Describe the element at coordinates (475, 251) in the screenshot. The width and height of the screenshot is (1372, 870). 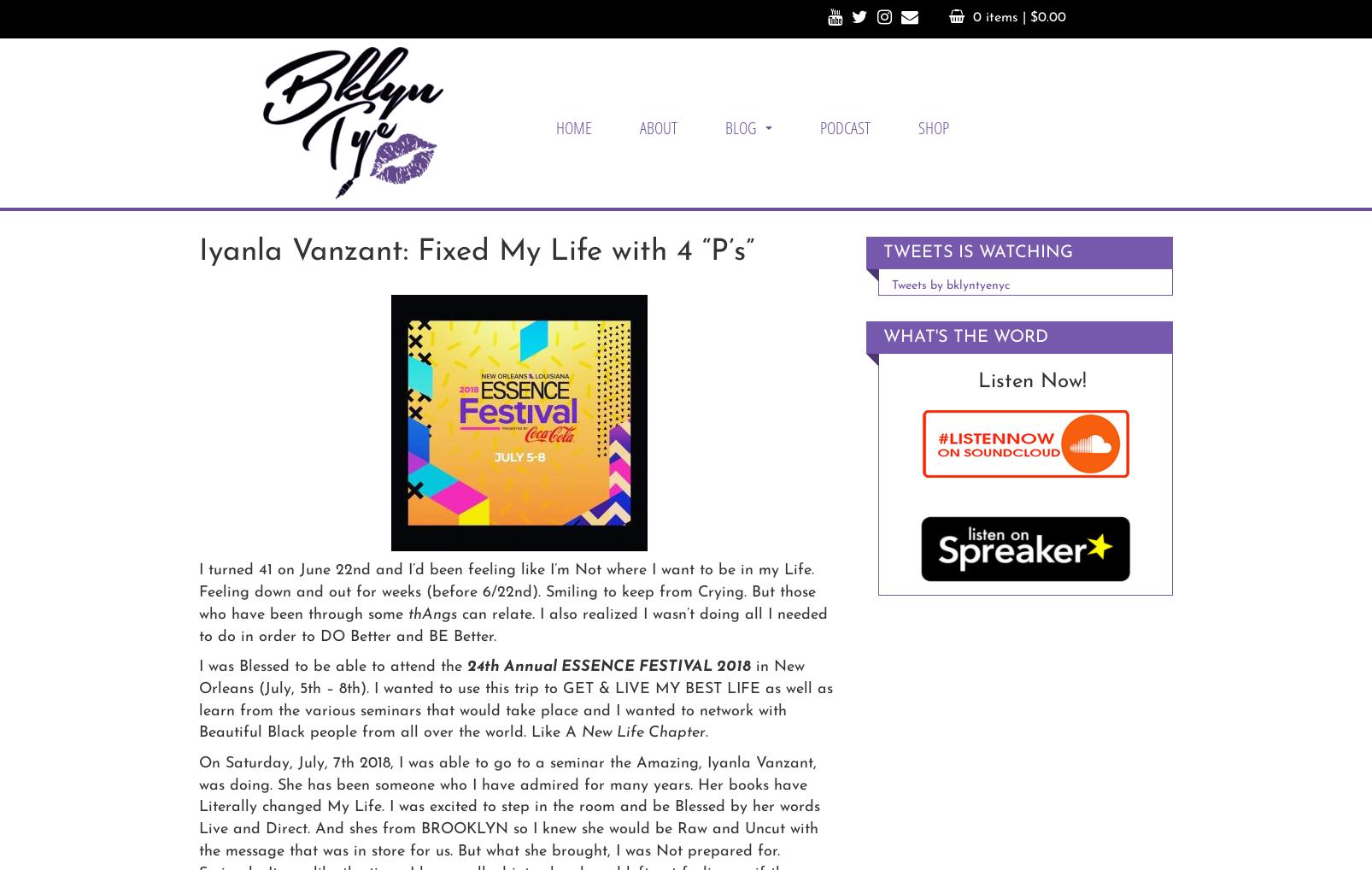
I see `'Iyanla Vanzant: Fixed My Life with 4 “P’s”'` at that location.